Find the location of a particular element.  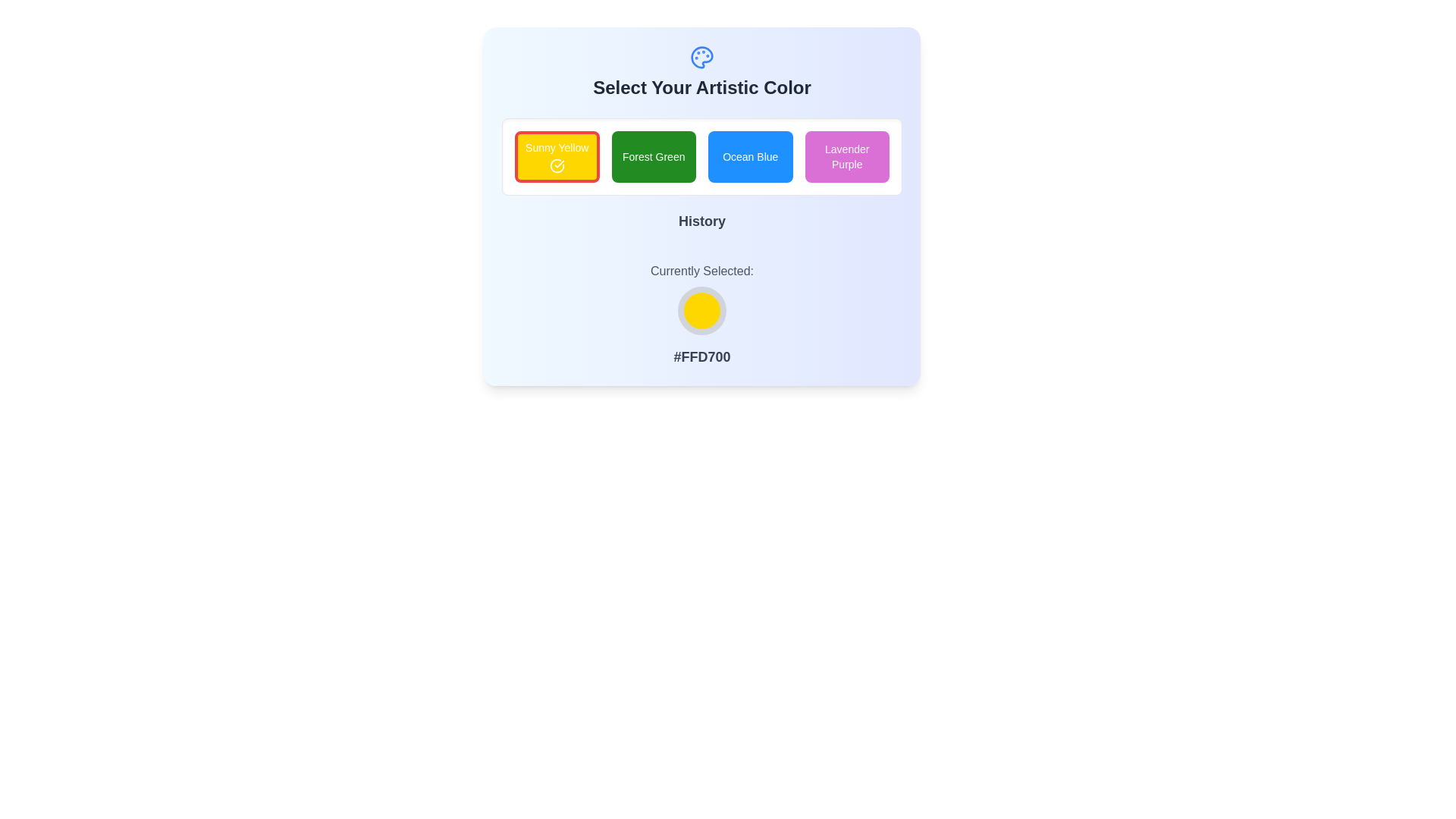

the small circular icon with a checkmark inside, which is centrally placed within the vibrant yellow button labeled 'Sunny Yellow' is located at coordinates (556, 166).